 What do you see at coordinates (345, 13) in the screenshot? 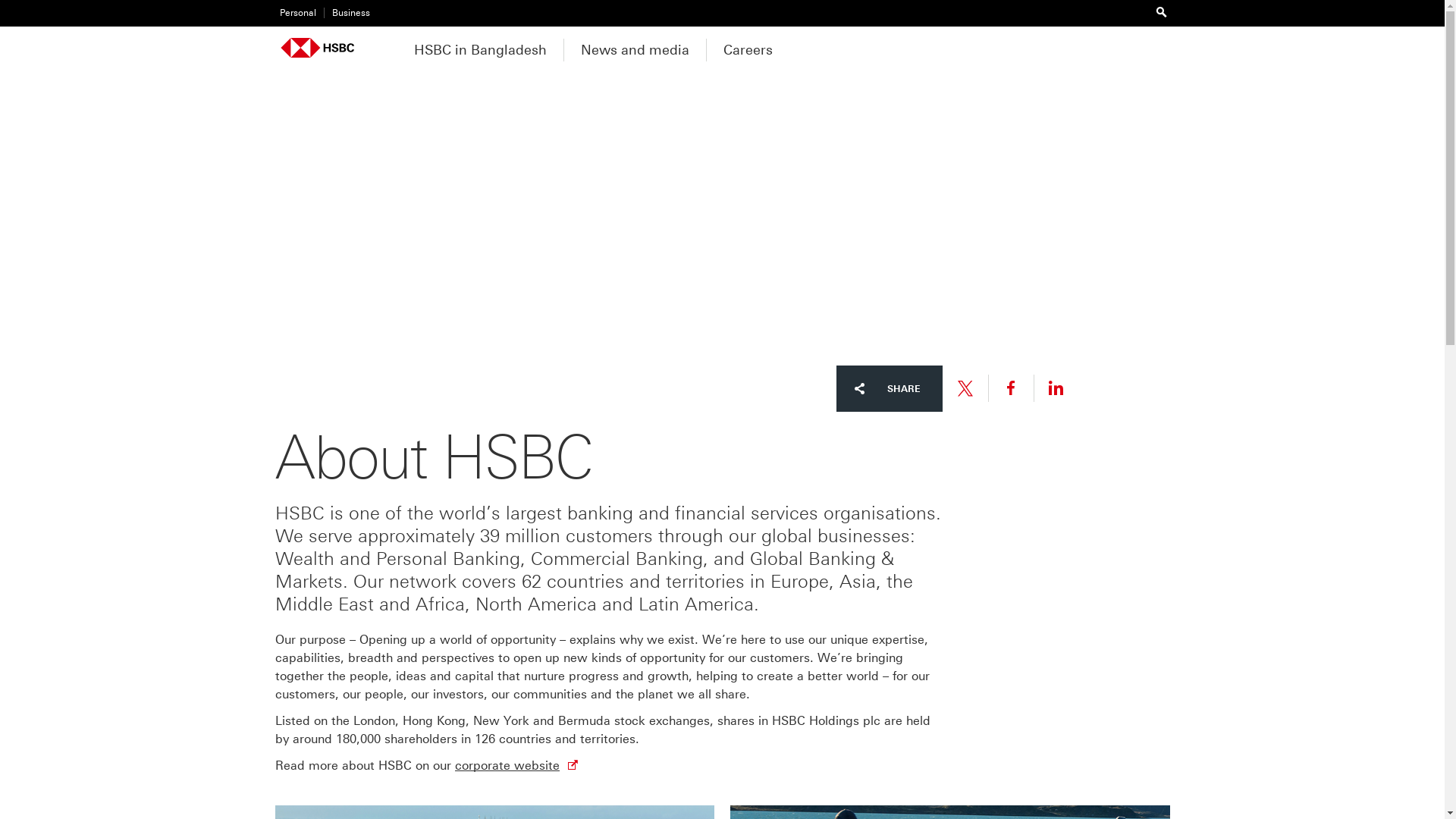
I see `'Business'` at bounding box center [345, 13].